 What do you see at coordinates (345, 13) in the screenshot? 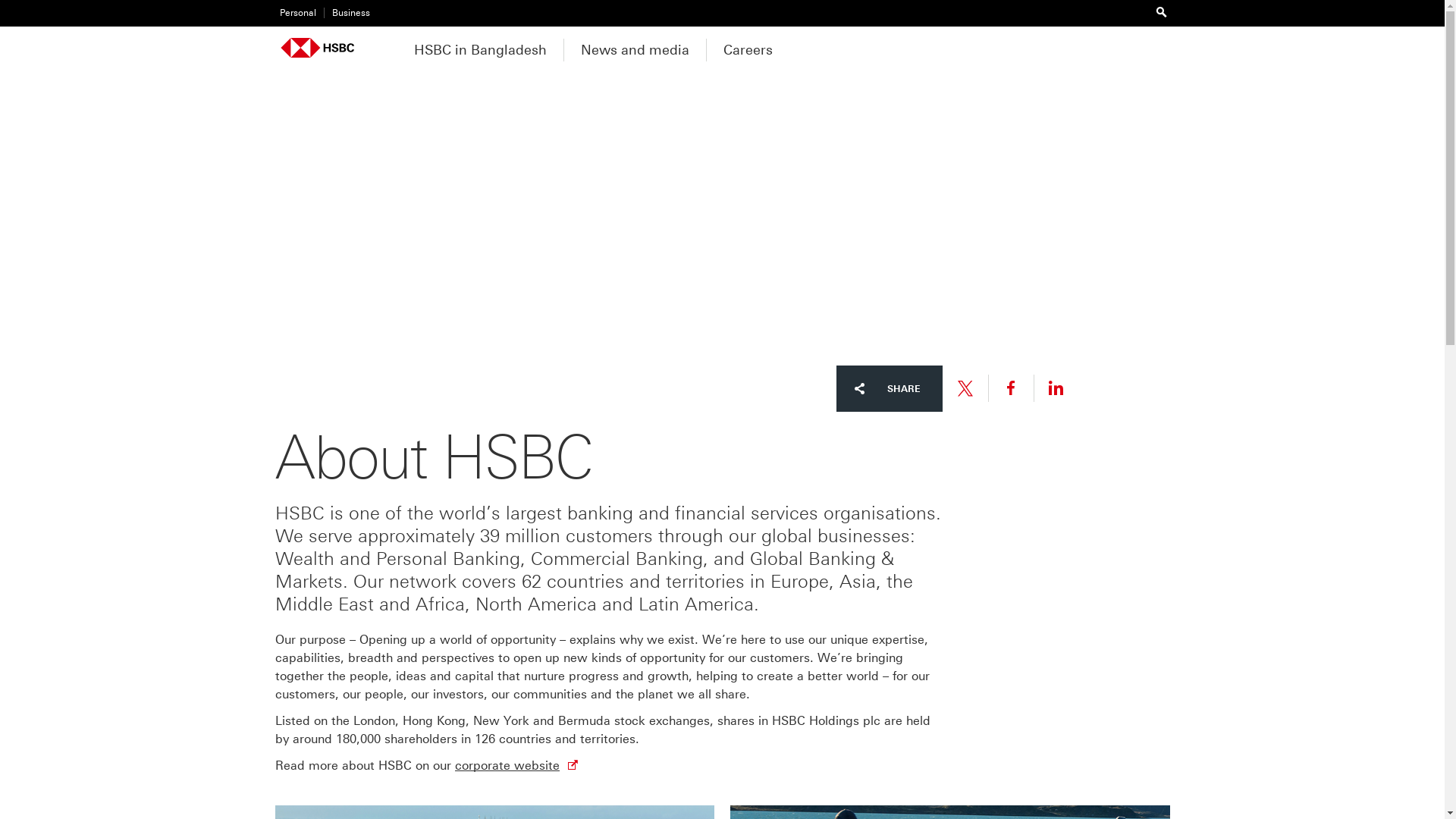
I see `'Business'` at bounding box center [345, 13].